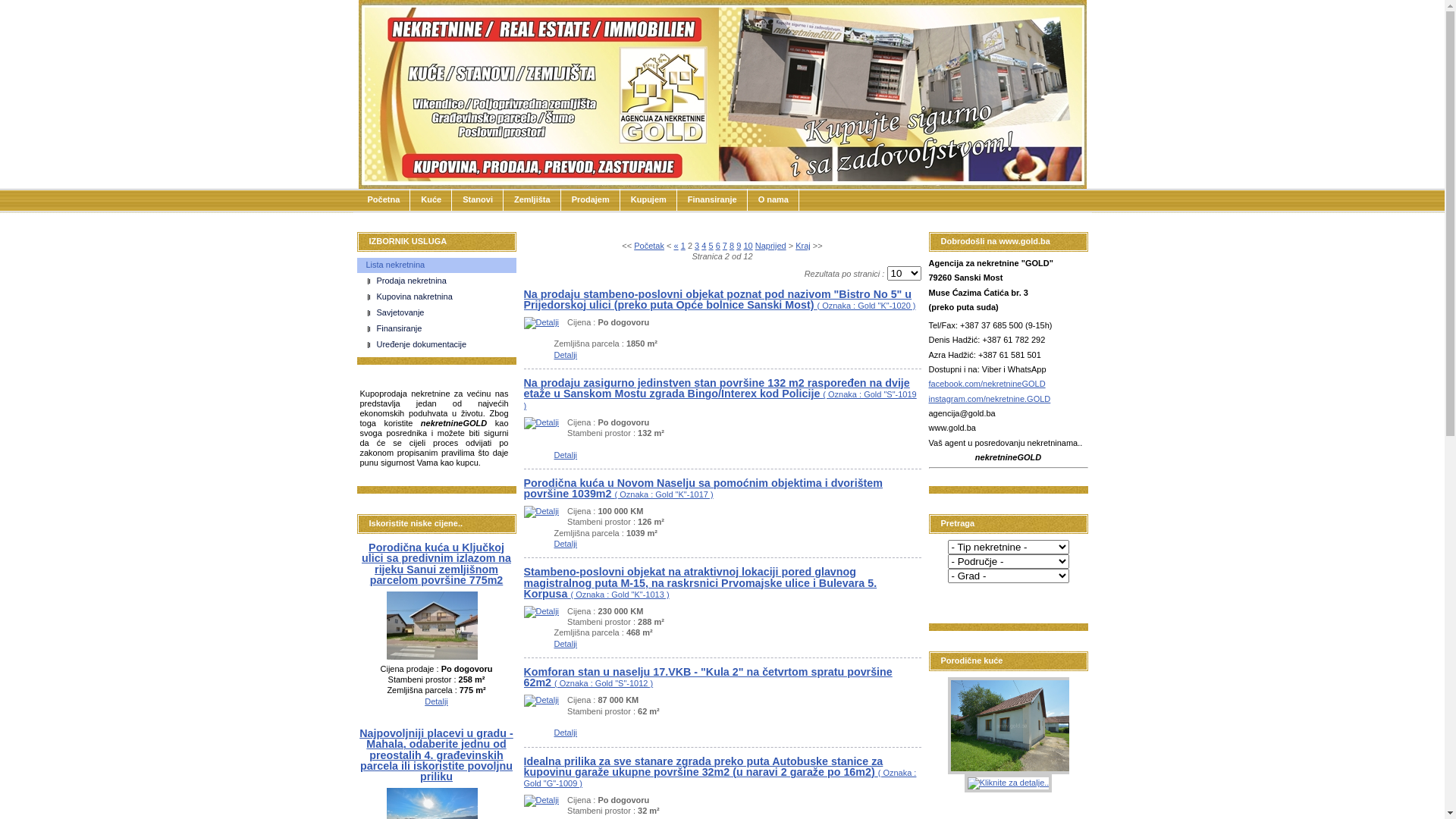 The image size is (1456, 819). I want to click on '7', so click(723, 245).